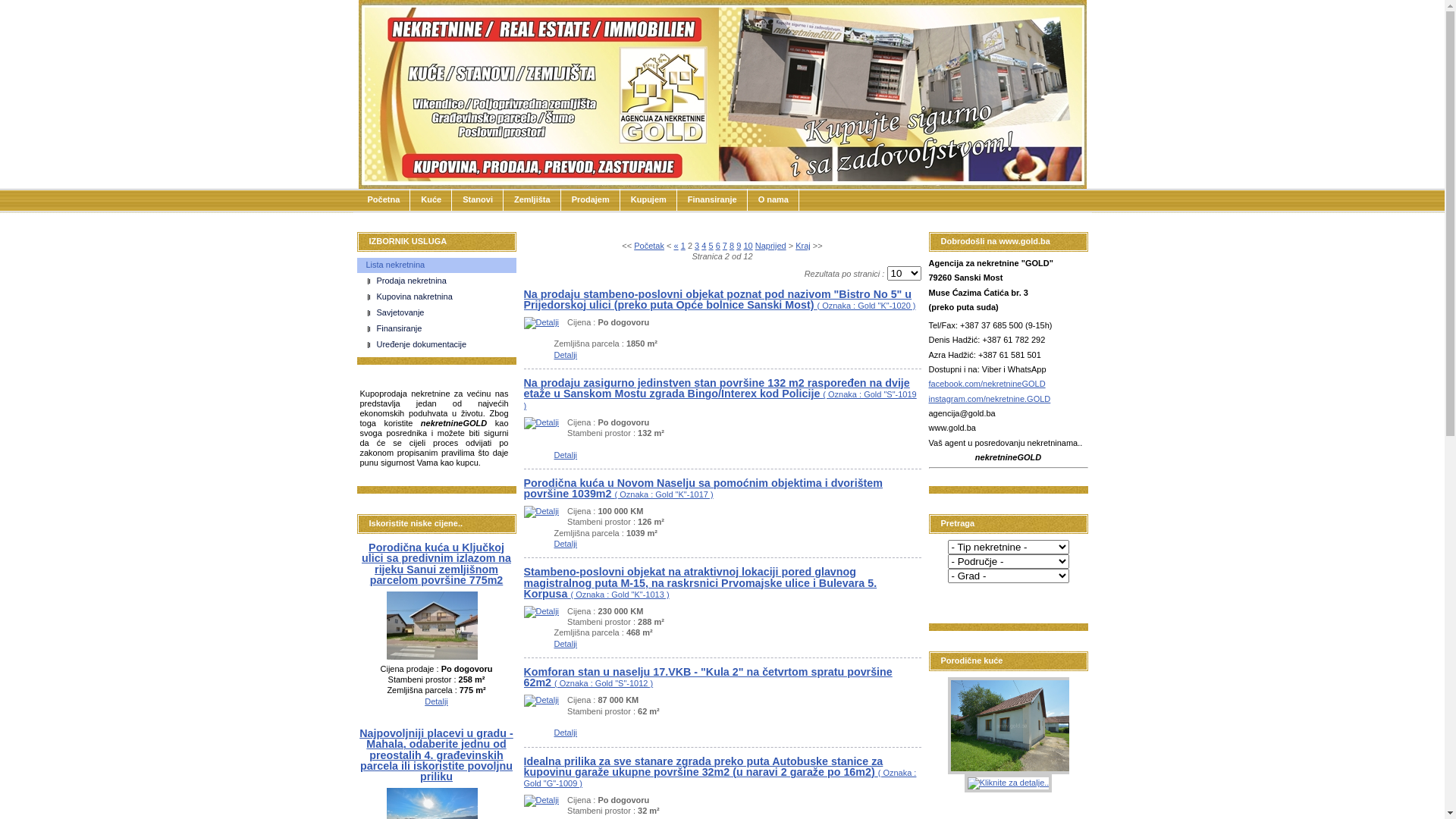 The image size is (1456, 819). I want to click on '7', so click(723, 245).